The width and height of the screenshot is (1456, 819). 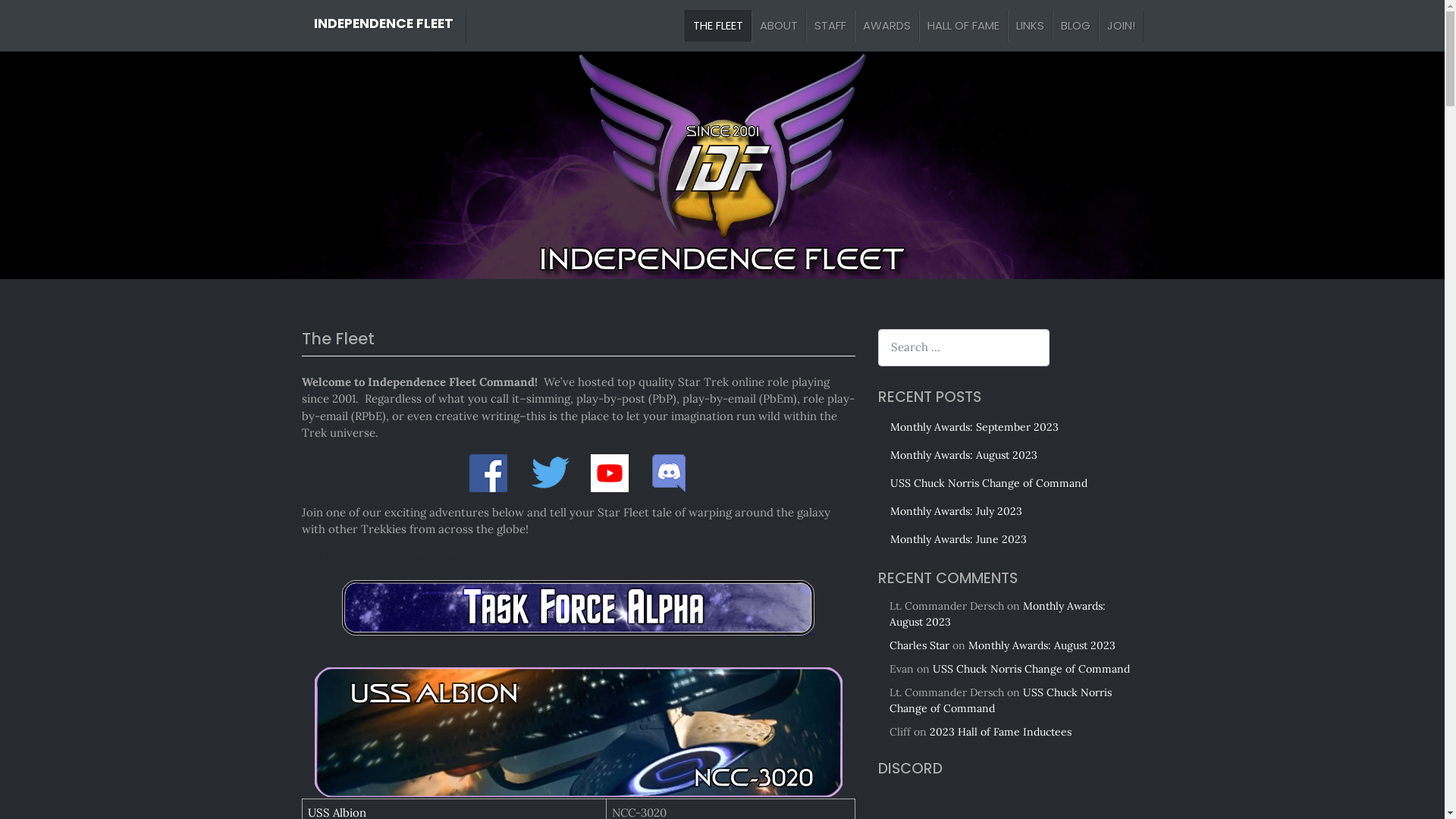 I want to click on 'INDEPENDENCE FLEET', so click(x=383, y=23).